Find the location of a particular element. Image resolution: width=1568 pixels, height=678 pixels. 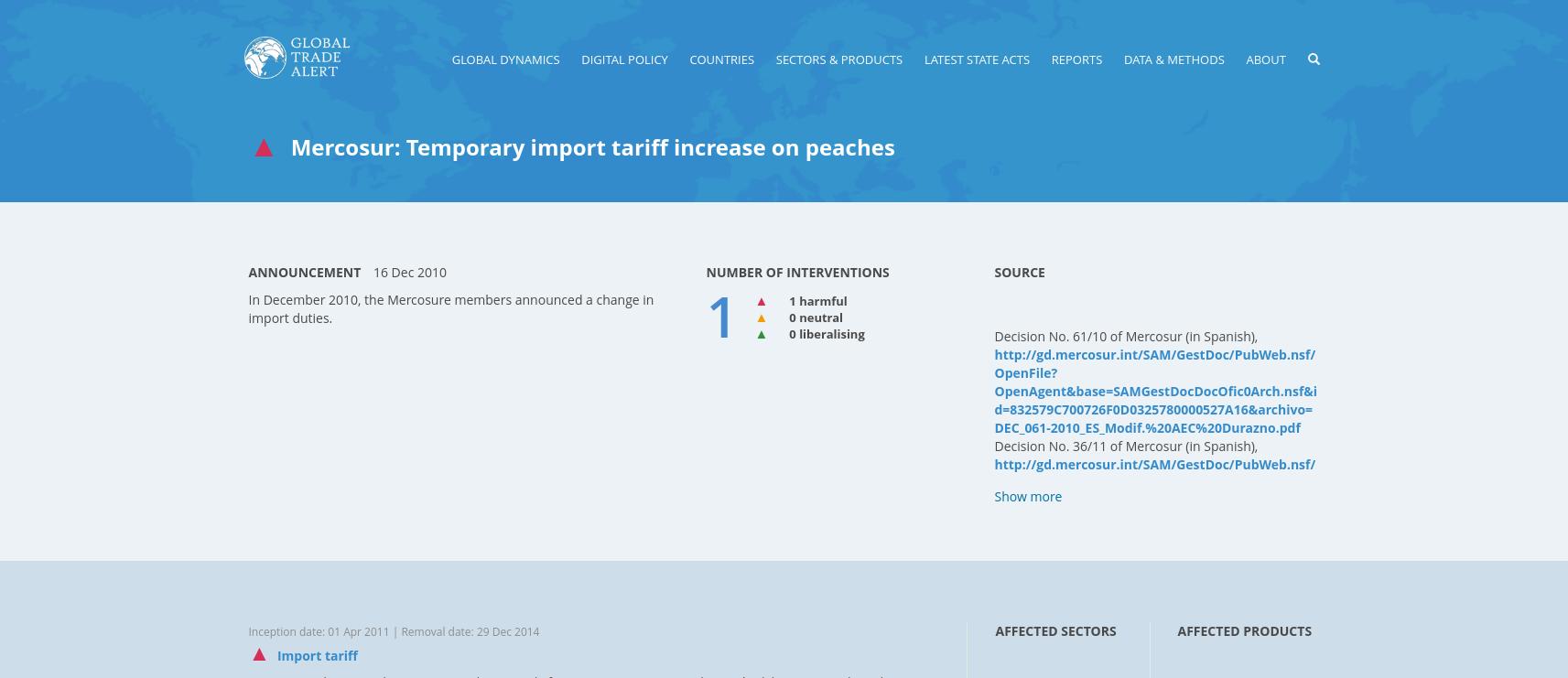

'In December 2010, the Mercosure members announced a change in import duties.' is located at coordinates (449, 308).